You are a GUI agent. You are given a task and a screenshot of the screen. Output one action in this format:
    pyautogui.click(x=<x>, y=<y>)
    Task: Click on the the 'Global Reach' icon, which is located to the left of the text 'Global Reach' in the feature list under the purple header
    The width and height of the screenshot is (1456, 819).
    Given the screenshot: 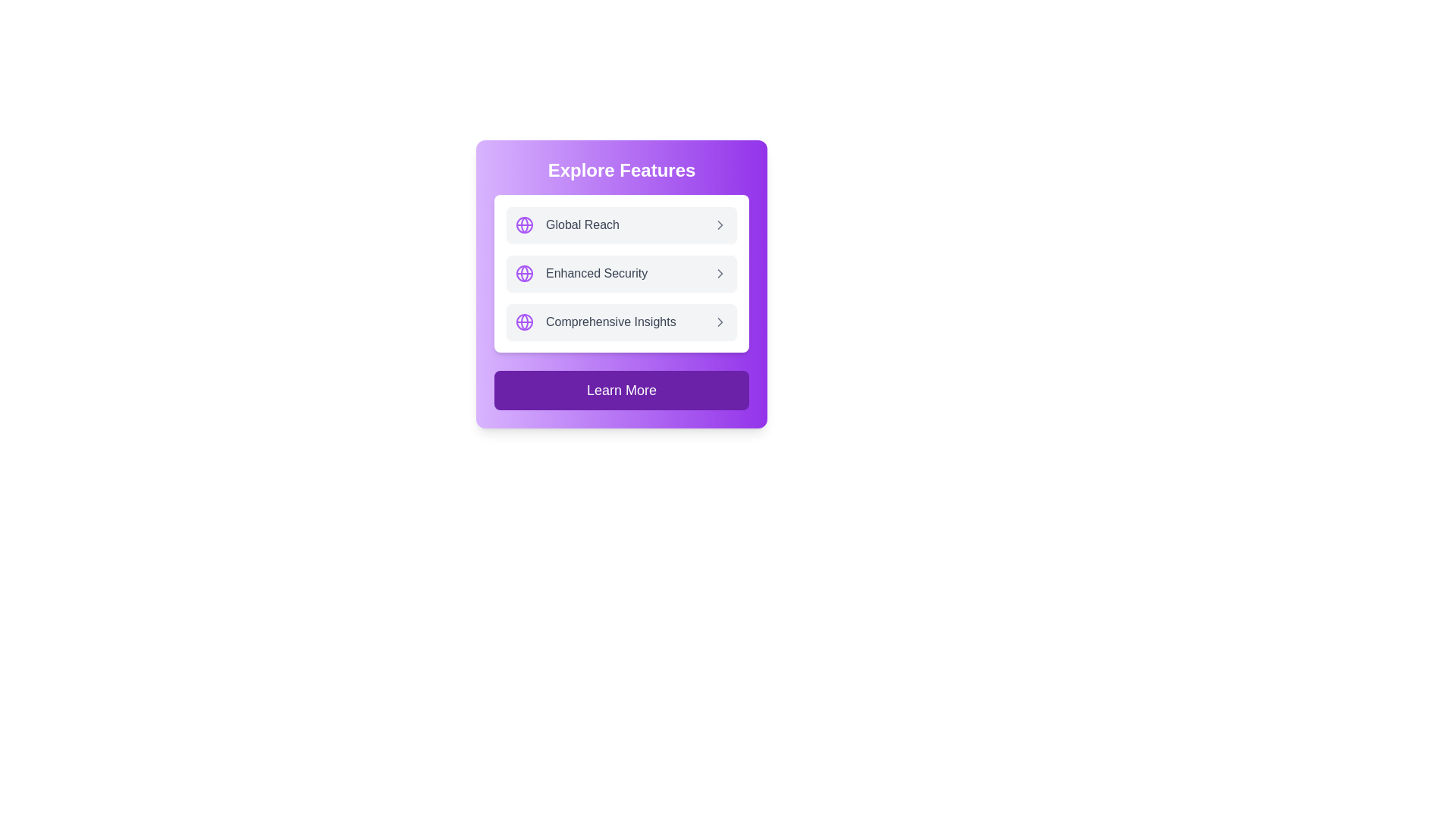 What is the action you would take?
    pyautogui.click(x=524, y=225)
    